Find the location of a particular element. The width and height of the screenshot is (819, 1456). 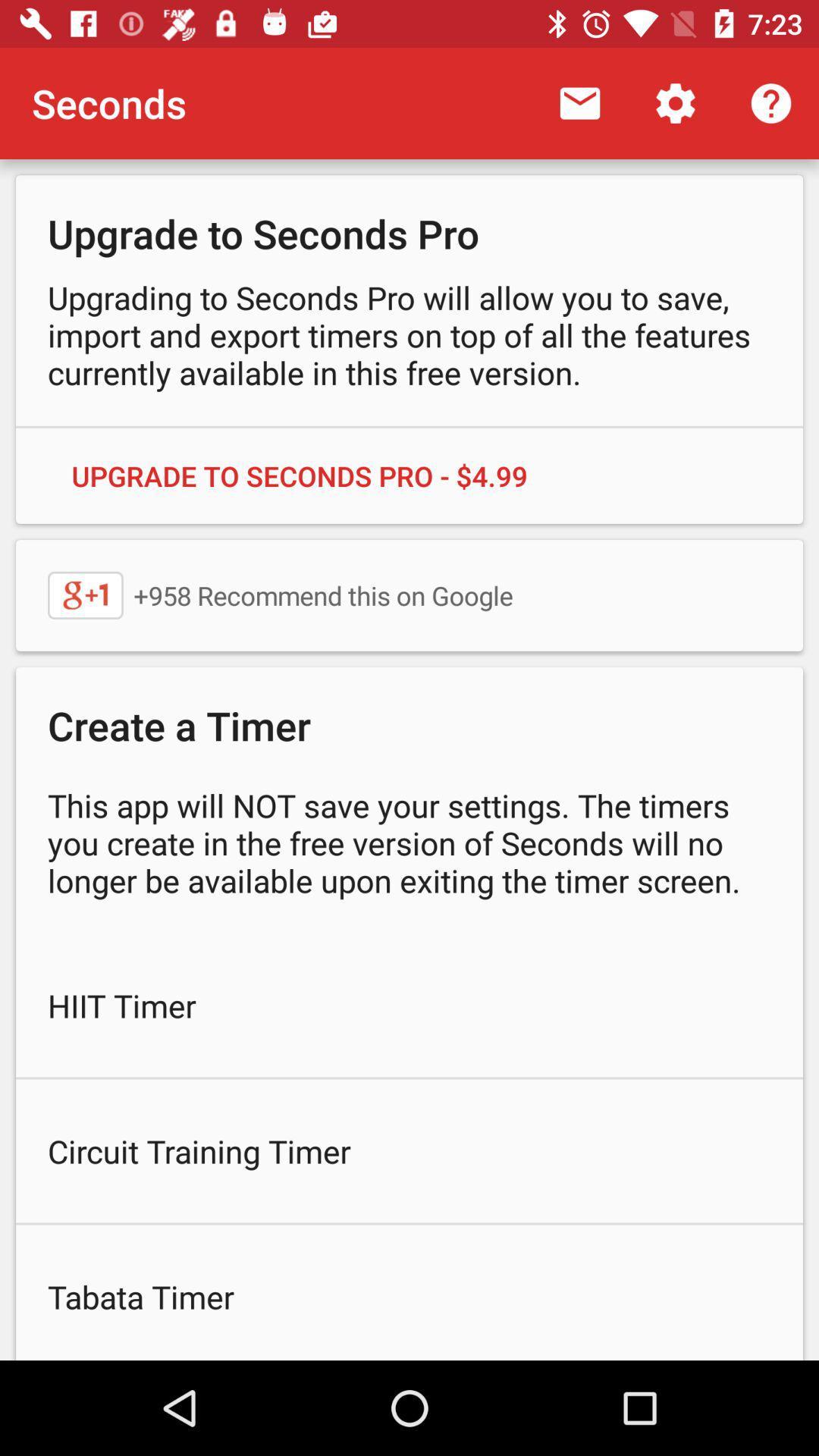

hiit timer item is located at coordinates (409, 1005).